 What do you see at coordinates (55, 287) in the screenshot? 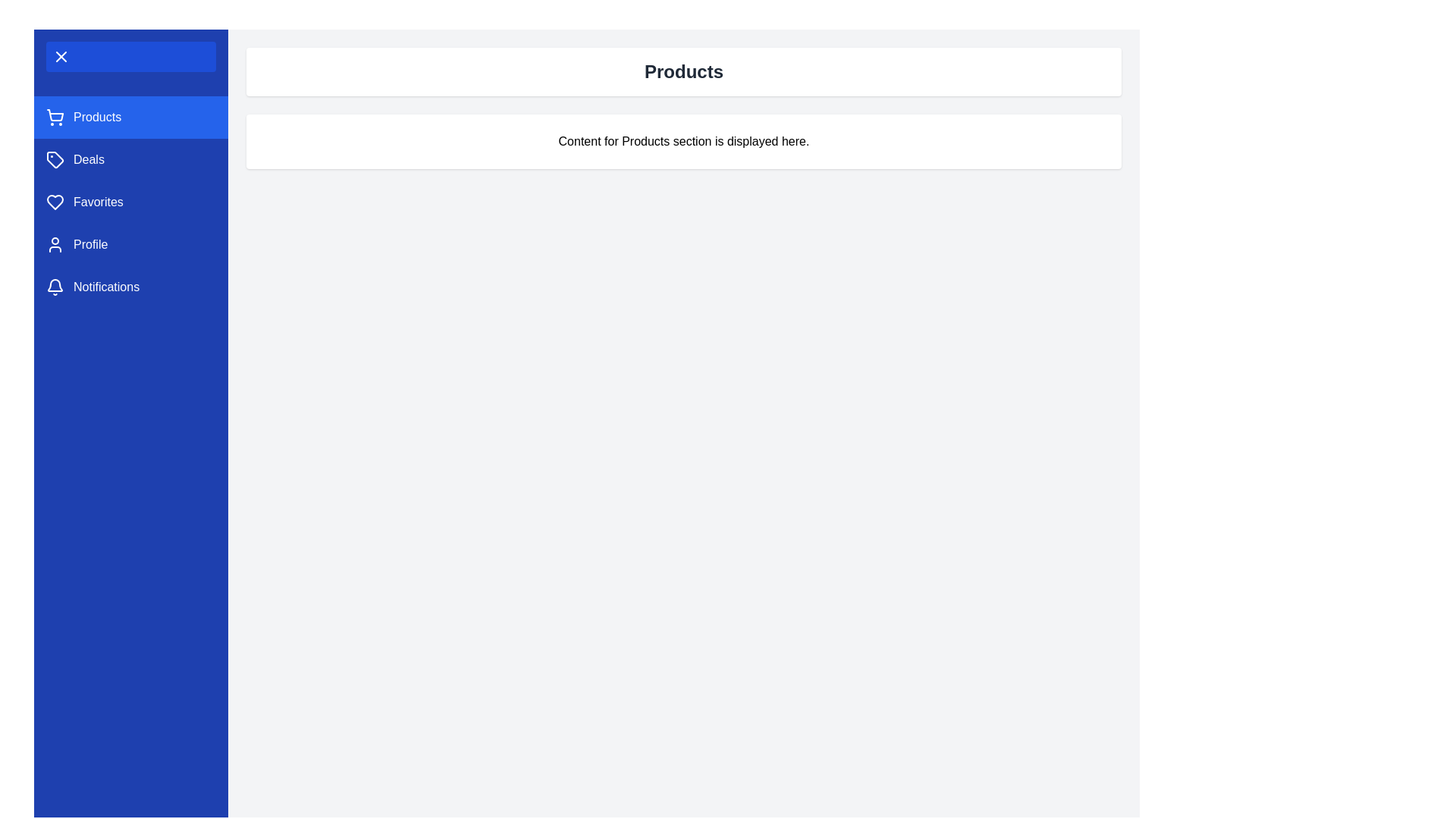
I see `the bell icon in the left sidebar menu, which is part of the 'Notifications' entry` at bounding box center [55, 287].